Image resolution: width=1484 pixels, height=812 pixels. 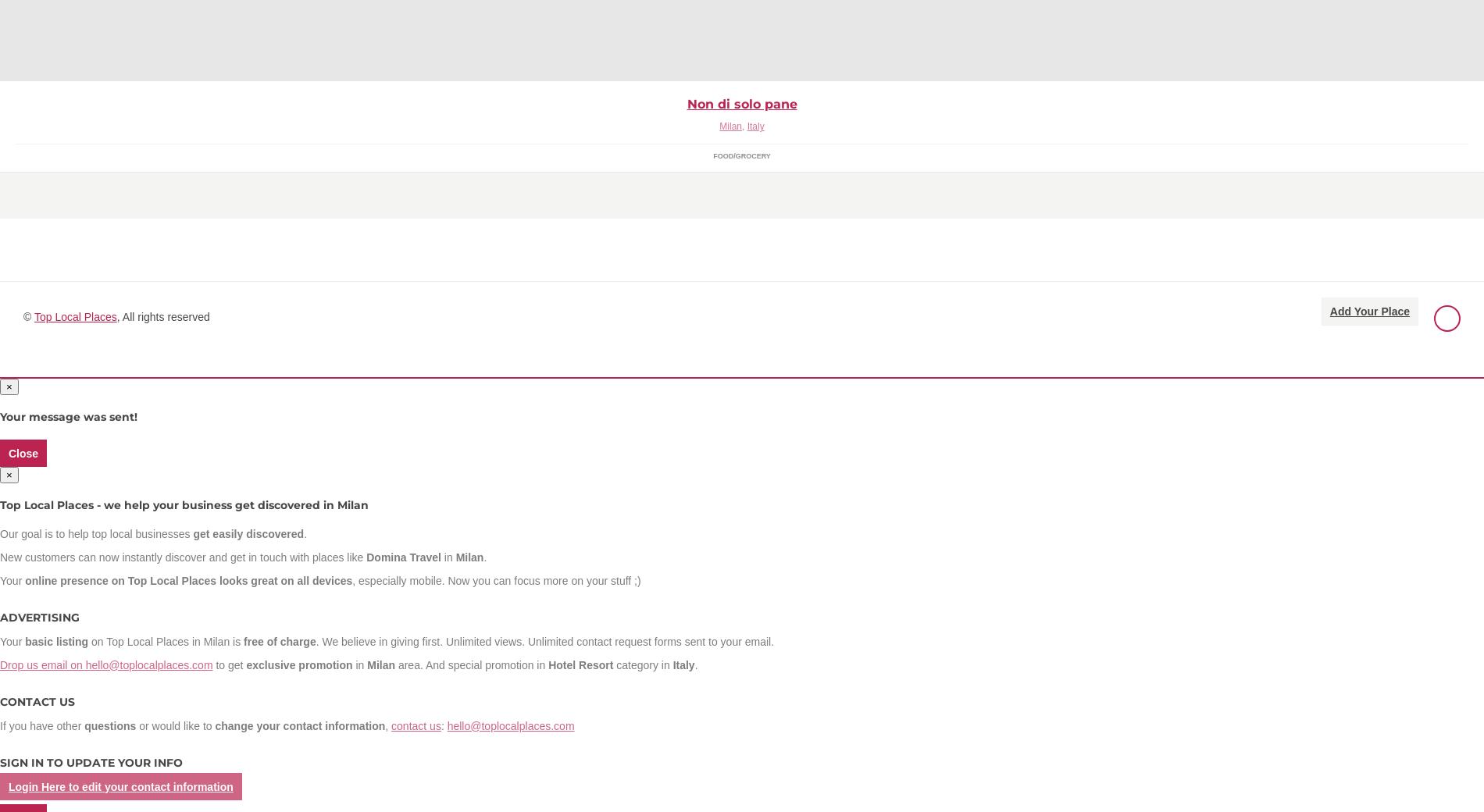 What do you see at coordinates (580, 664) in the screenshot?
I see `'Hotel Resort'` at bounding box center [580, 664].